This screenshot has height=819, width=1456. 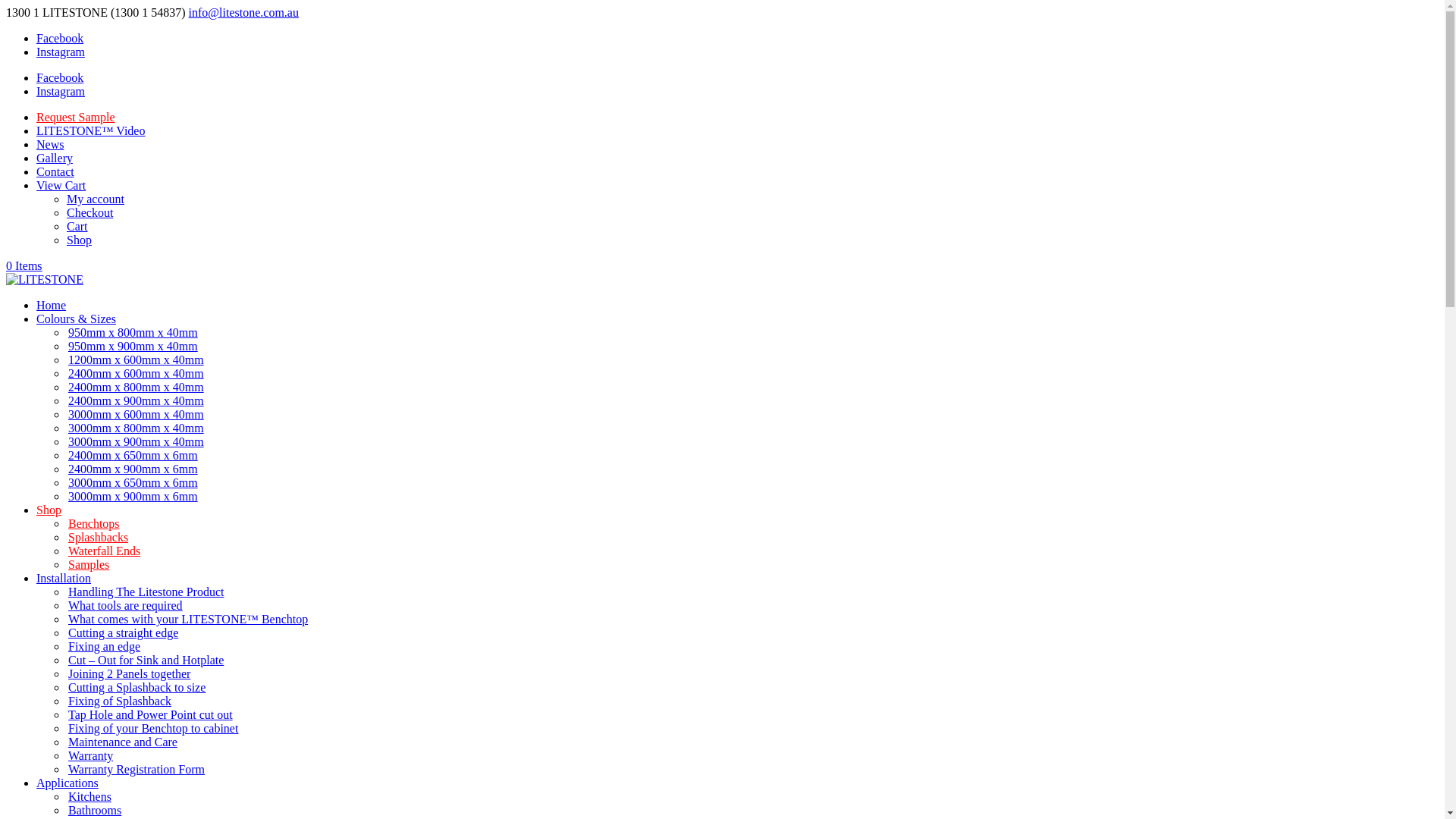 What do you see at coordinates (89, 755) in the screenshot?
I see `'Warranty'` at bounding box center [89, 755].